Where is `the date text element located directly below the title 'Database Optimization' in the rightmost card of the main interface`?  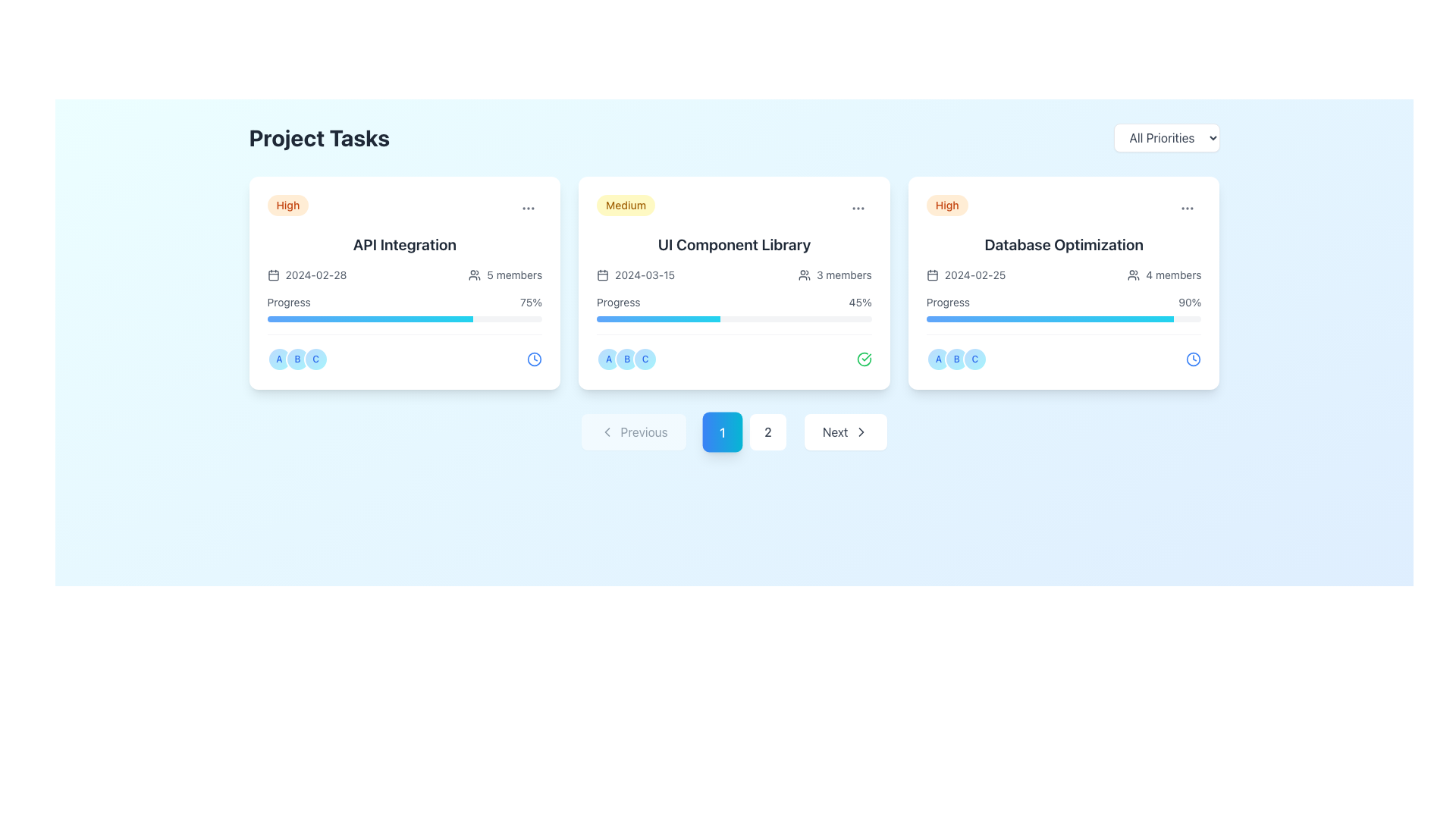
the date text element located directly below the title 'Database Optimization' in the rightmost card of the main interface is located at coordinates (965, 275).